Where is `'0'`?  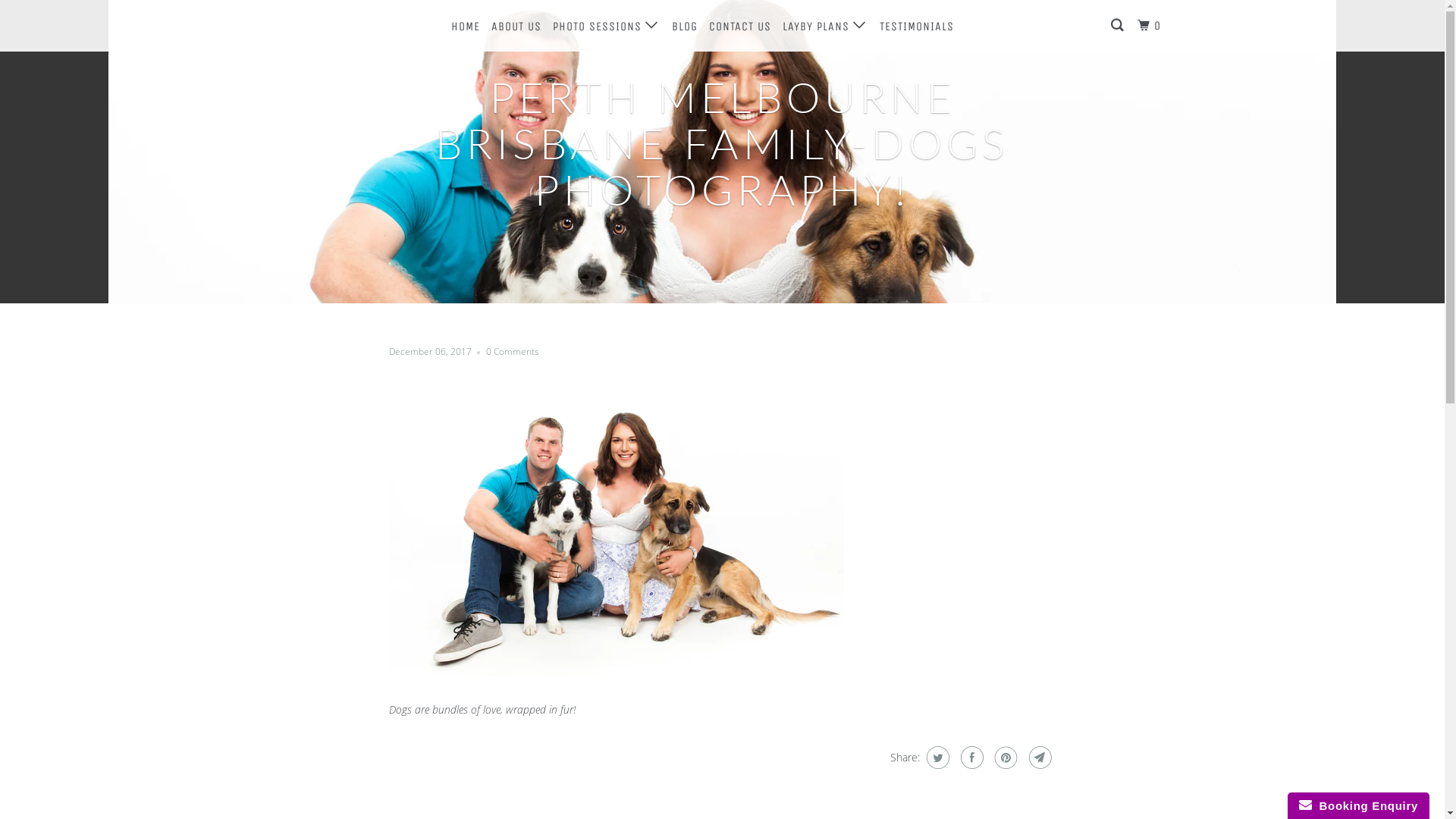
'0' is located at coordinates (1150, 26).